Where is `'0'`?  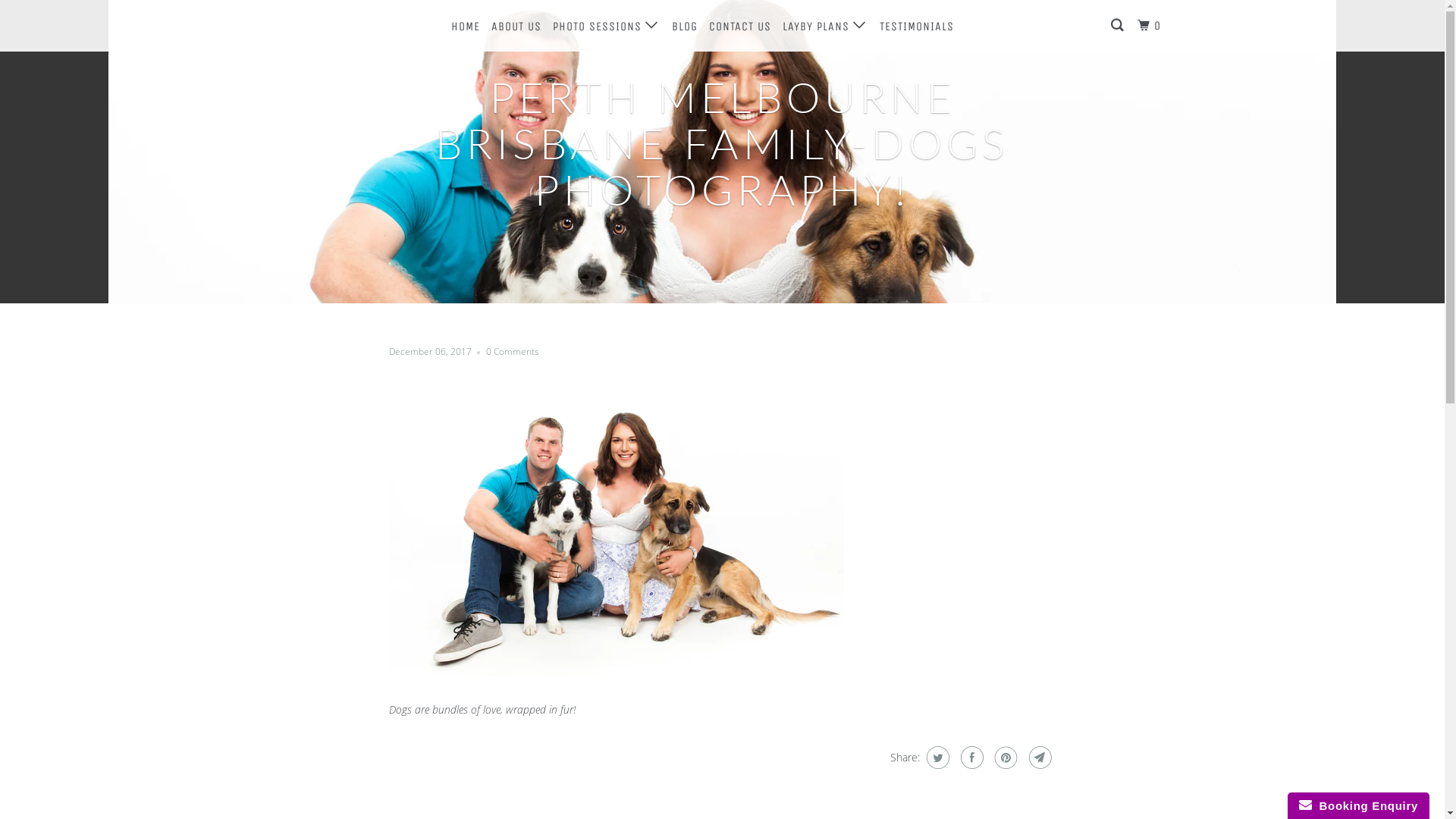
'0' is located at coordinates (1150, 26).